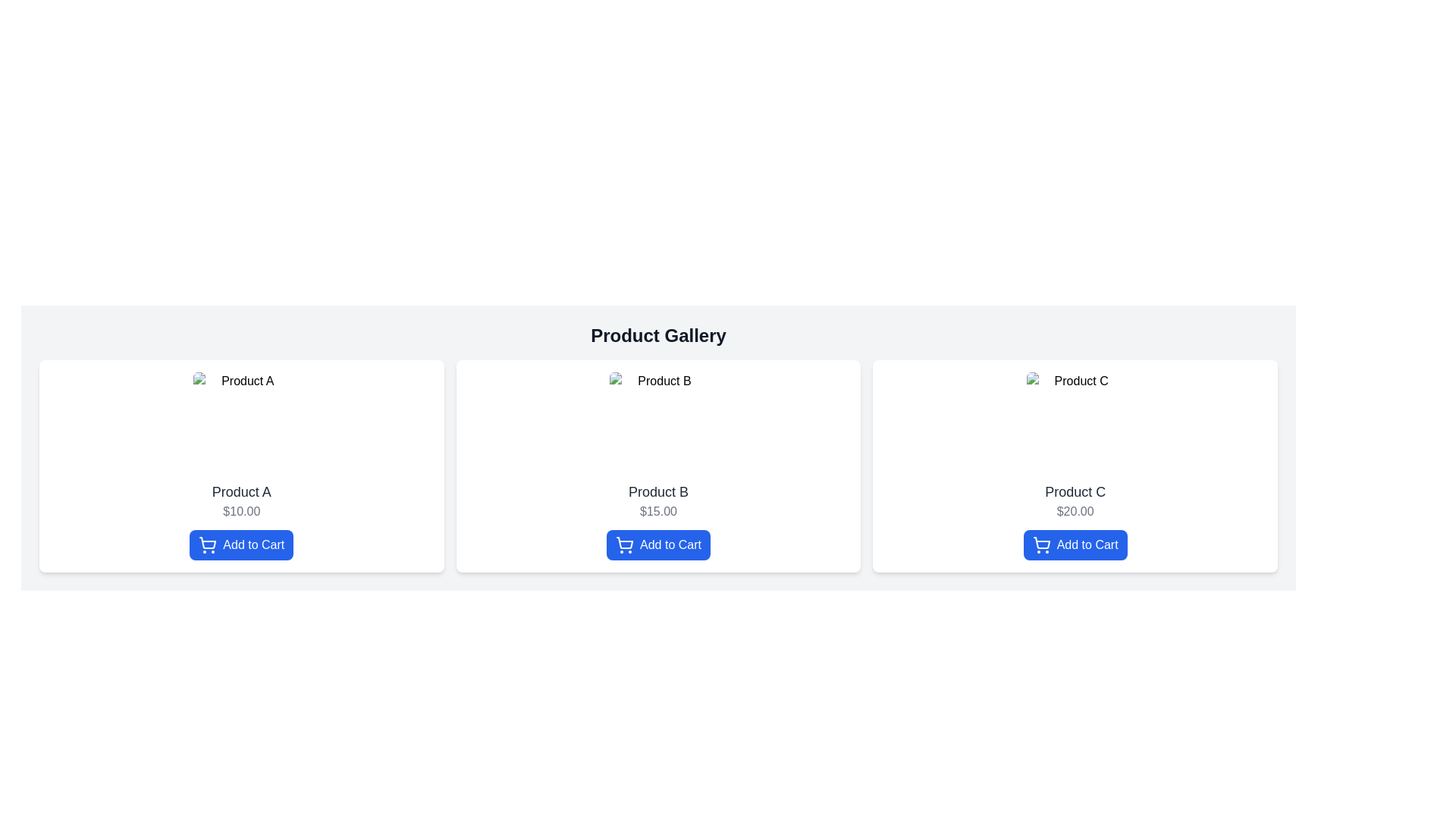 This screenshot has width=1456, height=819. Describe the element at coordinates (1040, 544) in the screenshot. I see `the shopping cart icon located within the 'Add to Cart' button under the 'Product C' card in the product display grid` at that location.